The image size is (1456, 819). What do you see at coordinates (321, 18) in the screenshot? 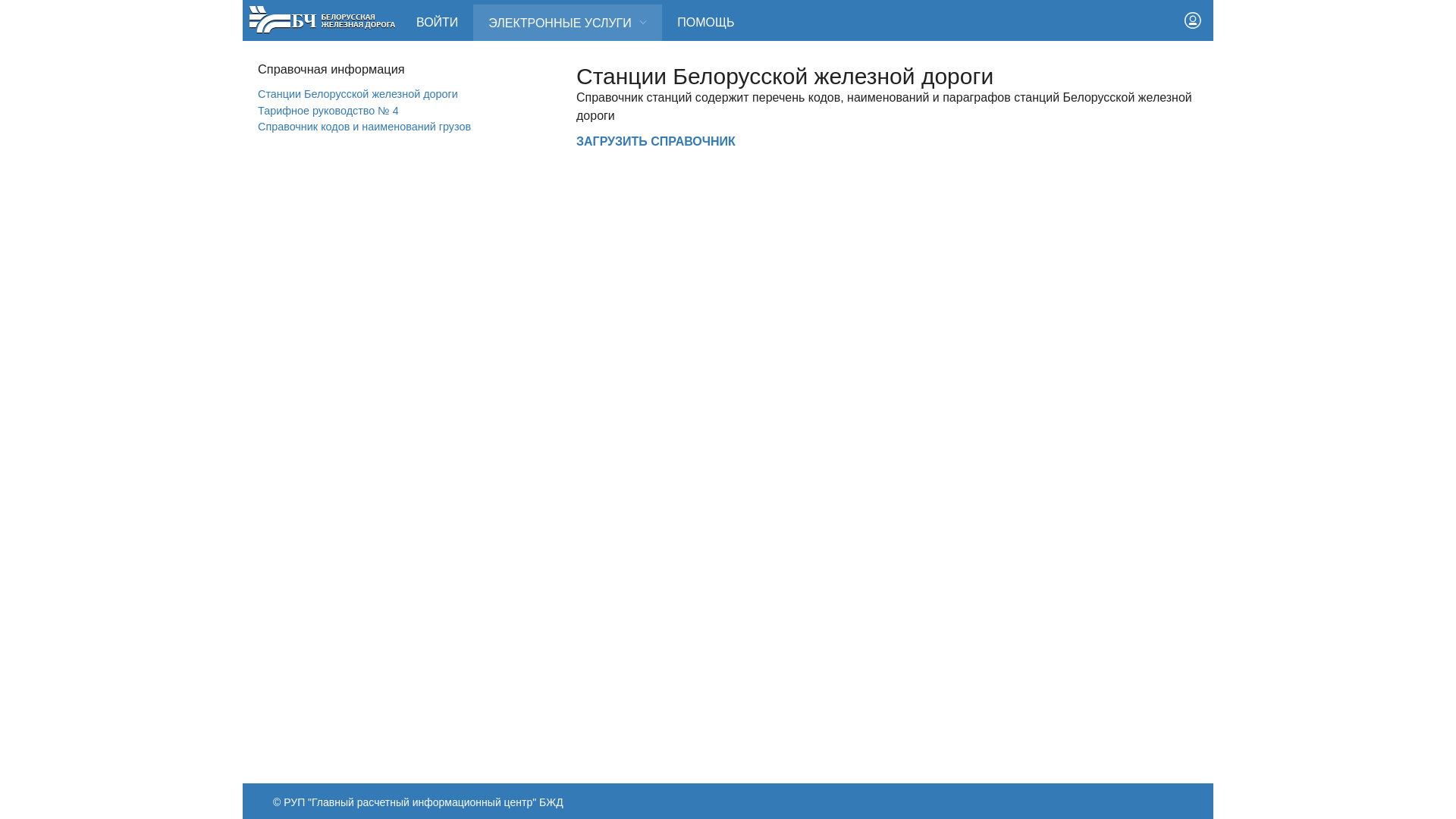
I see `'RW Logo'` at bounding box center [321, 18].